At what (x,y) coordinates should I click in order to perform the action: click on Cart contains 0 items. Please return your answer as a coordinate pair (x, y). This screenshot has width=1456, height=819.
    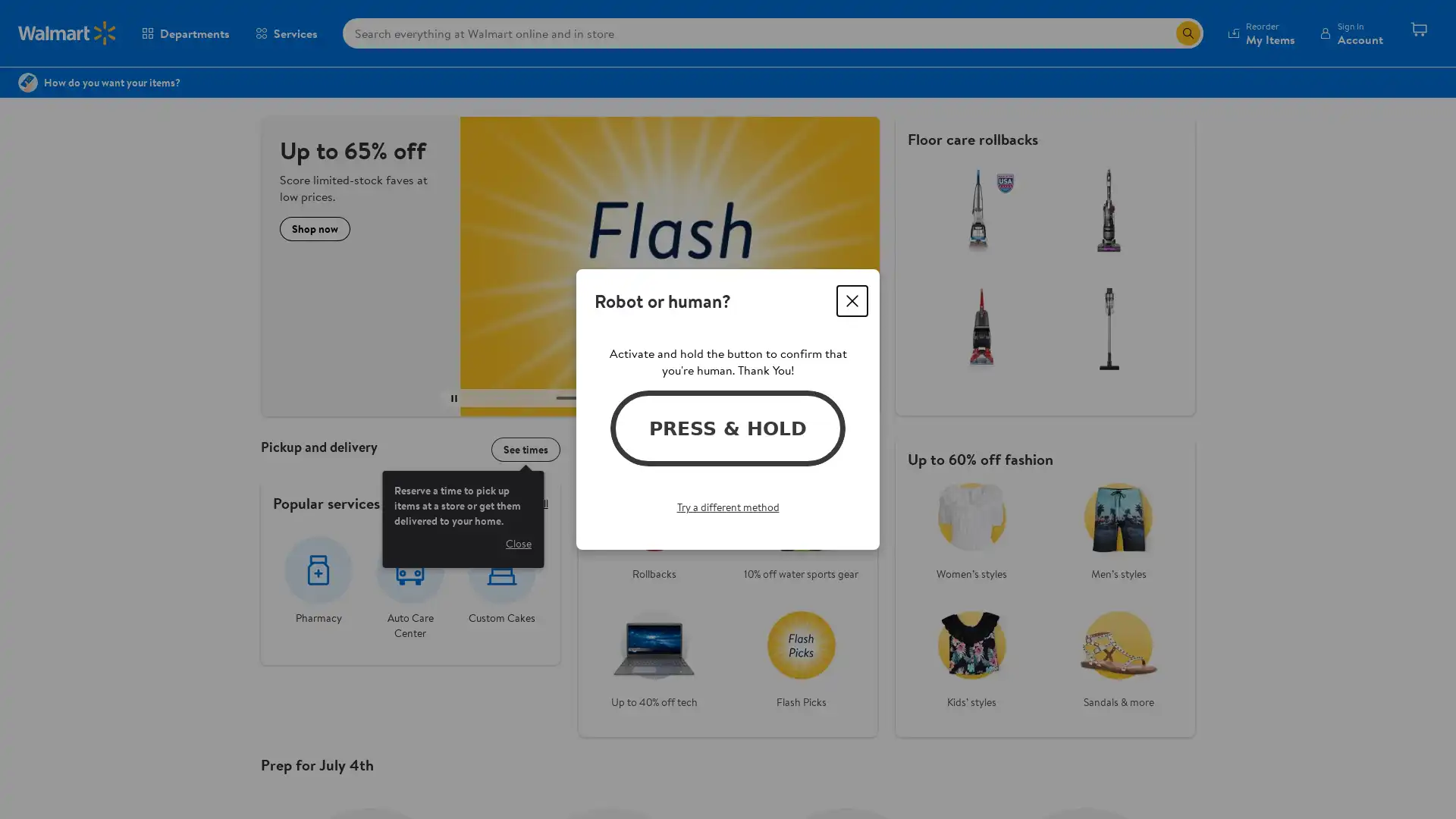
    Looking at the image, I should click on (1418, 33).